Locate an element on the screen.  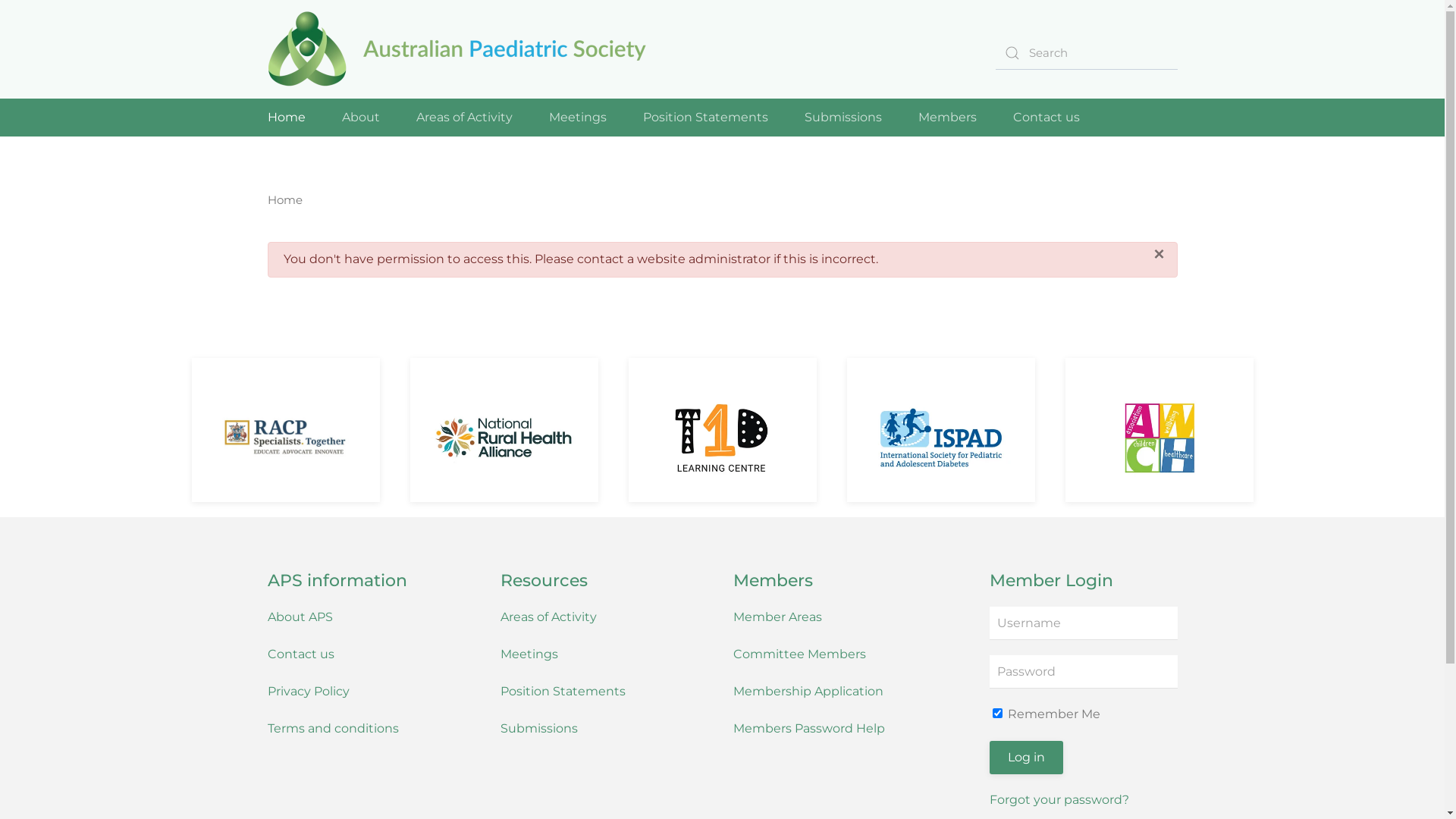
'Terms and conditions' is located at coordinates (266, 727).